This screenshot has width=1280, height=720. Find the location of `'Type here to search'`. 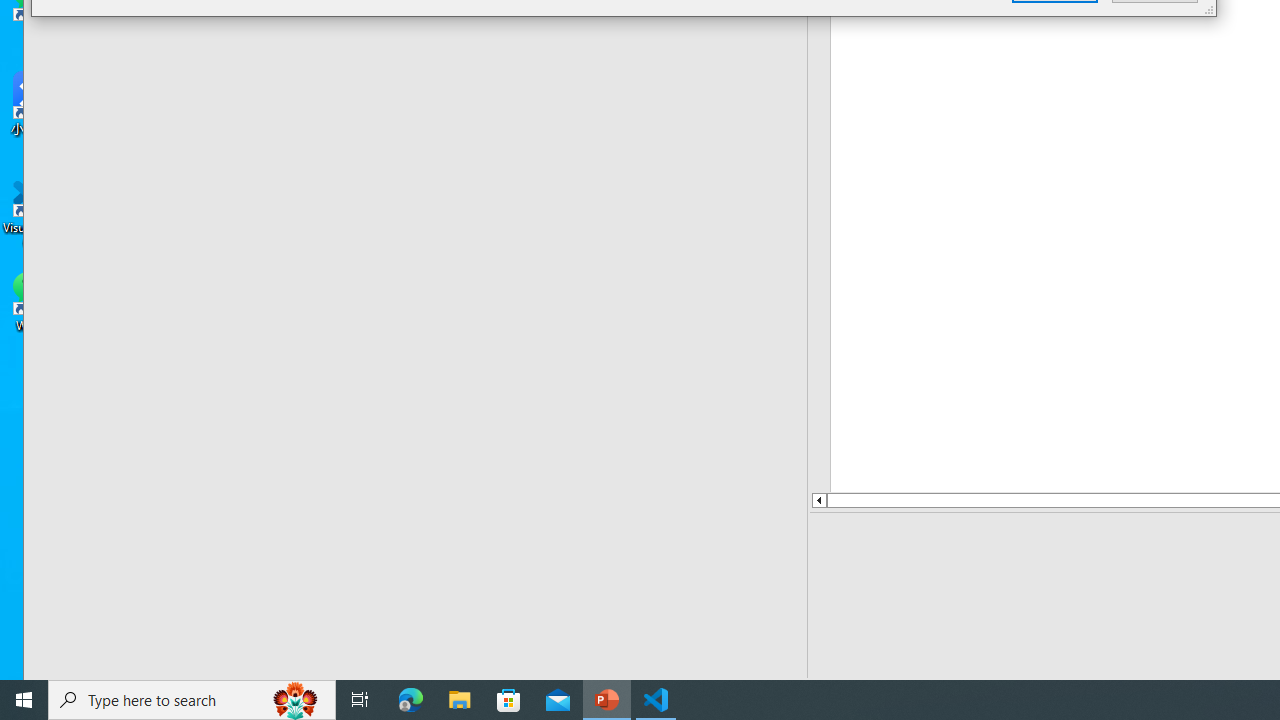

'Type here to search' is located at coordinates (192, 698).